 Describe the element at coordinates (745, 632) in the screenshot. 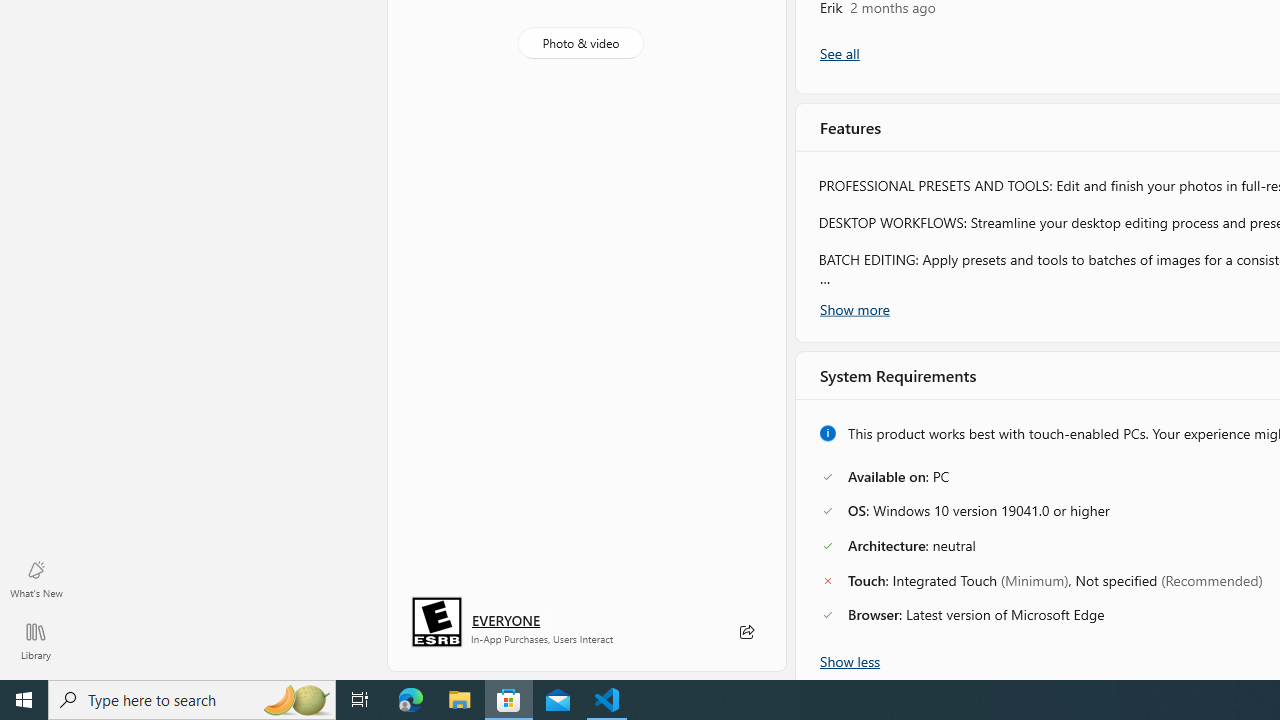

I see `'Share'` at that location.